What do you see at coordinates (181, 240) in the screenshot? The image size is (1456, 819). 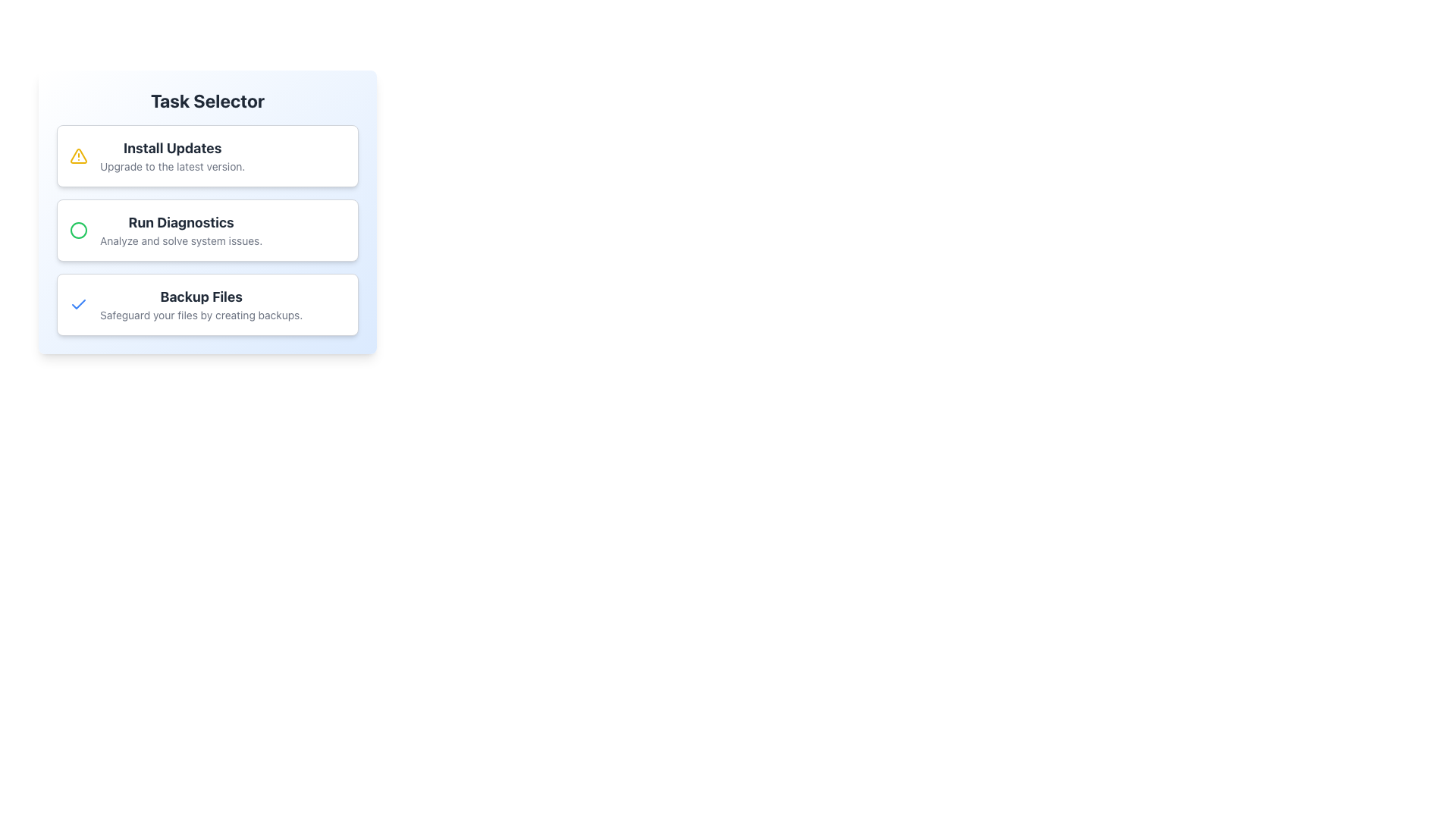 I see `the text label that reads 'Analyze and solve system issues.' located under the heading 'Run Diagnostics.'` at bounding box center [181, 240].